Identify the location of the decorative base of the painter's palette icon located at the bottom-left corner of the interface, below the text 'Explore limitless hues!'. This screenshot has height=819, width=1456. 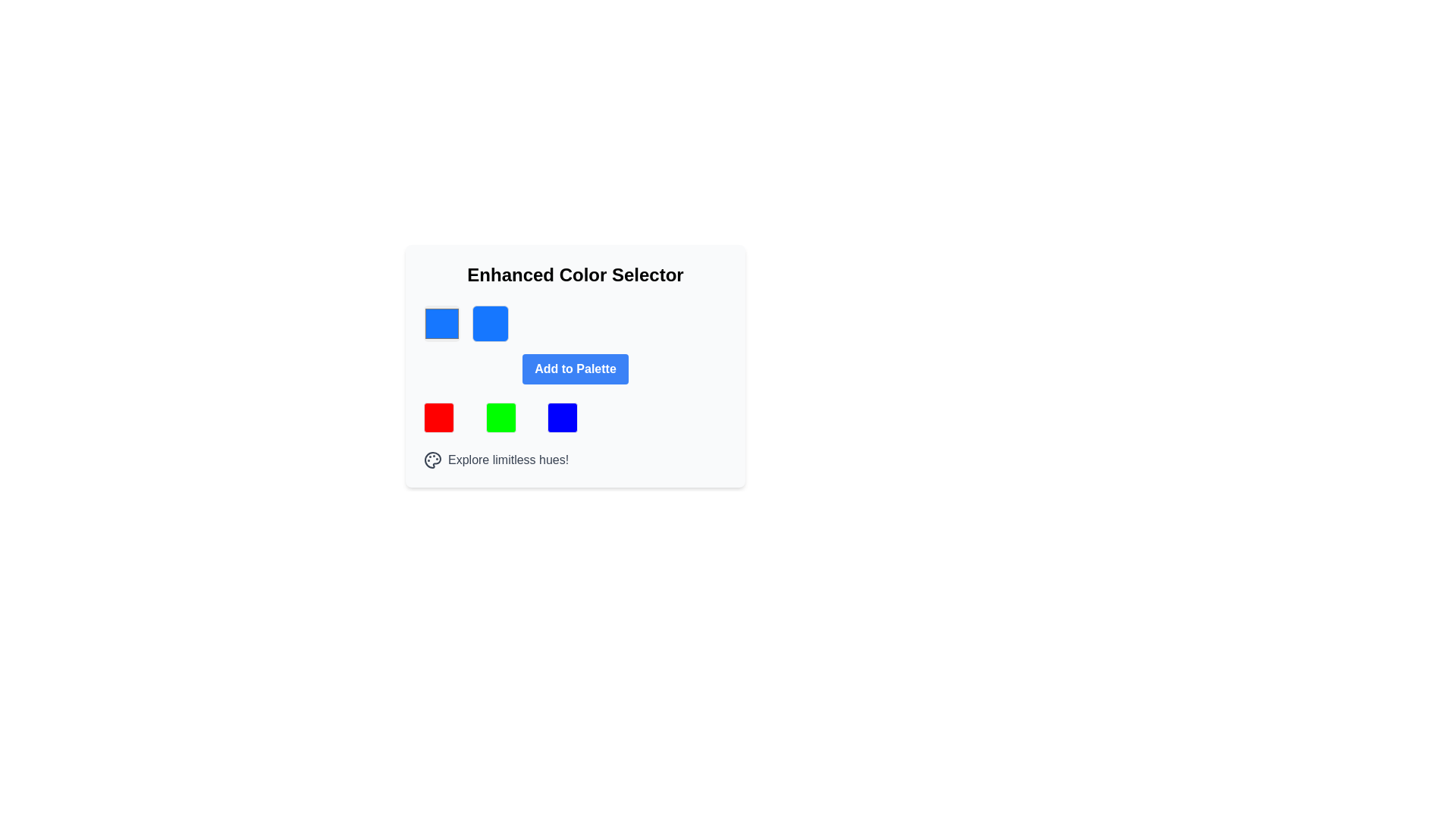
(432, 459).